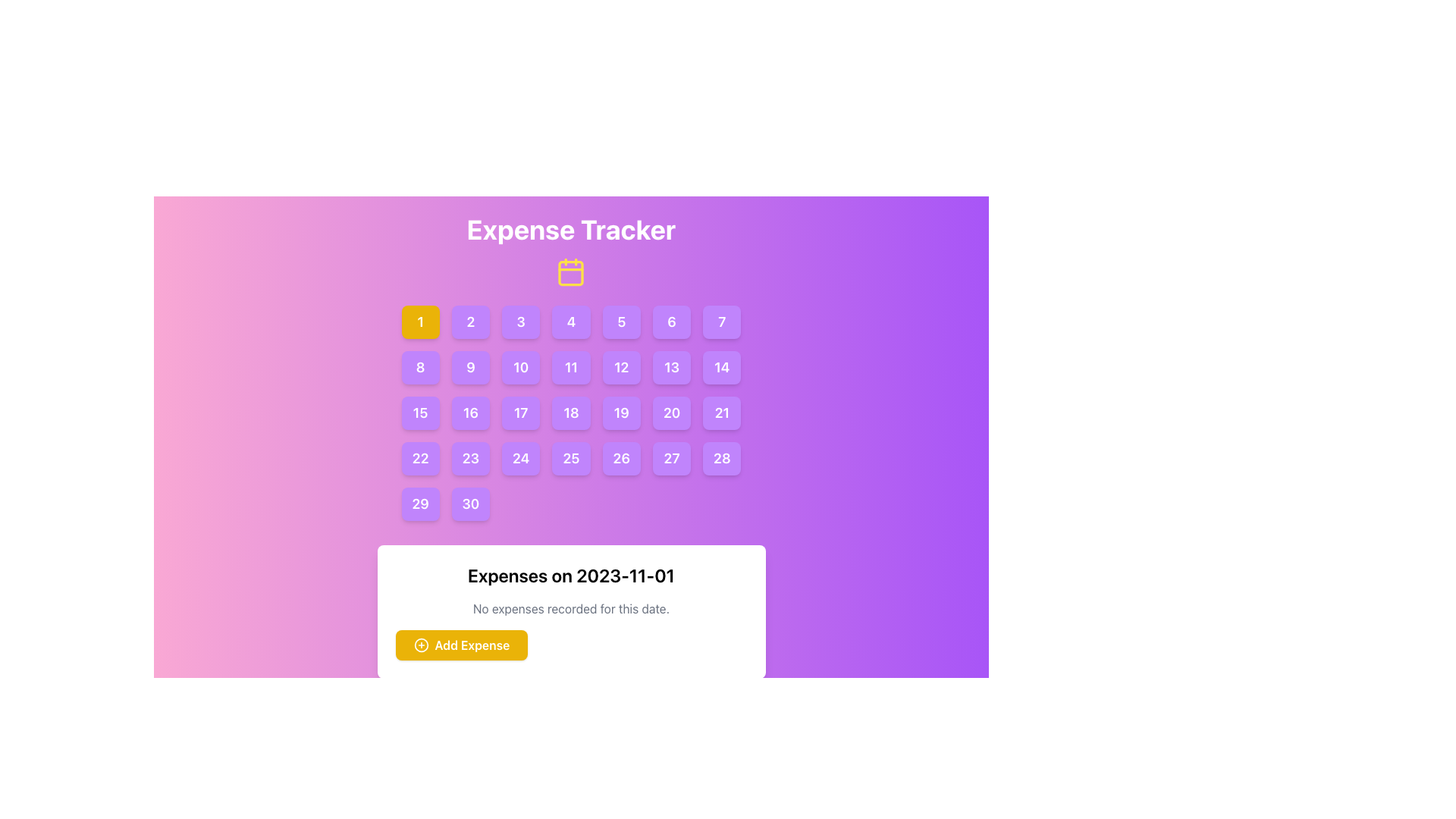  I want to click on the button representing the 30th day in the calendar grid, so click(469, 504).